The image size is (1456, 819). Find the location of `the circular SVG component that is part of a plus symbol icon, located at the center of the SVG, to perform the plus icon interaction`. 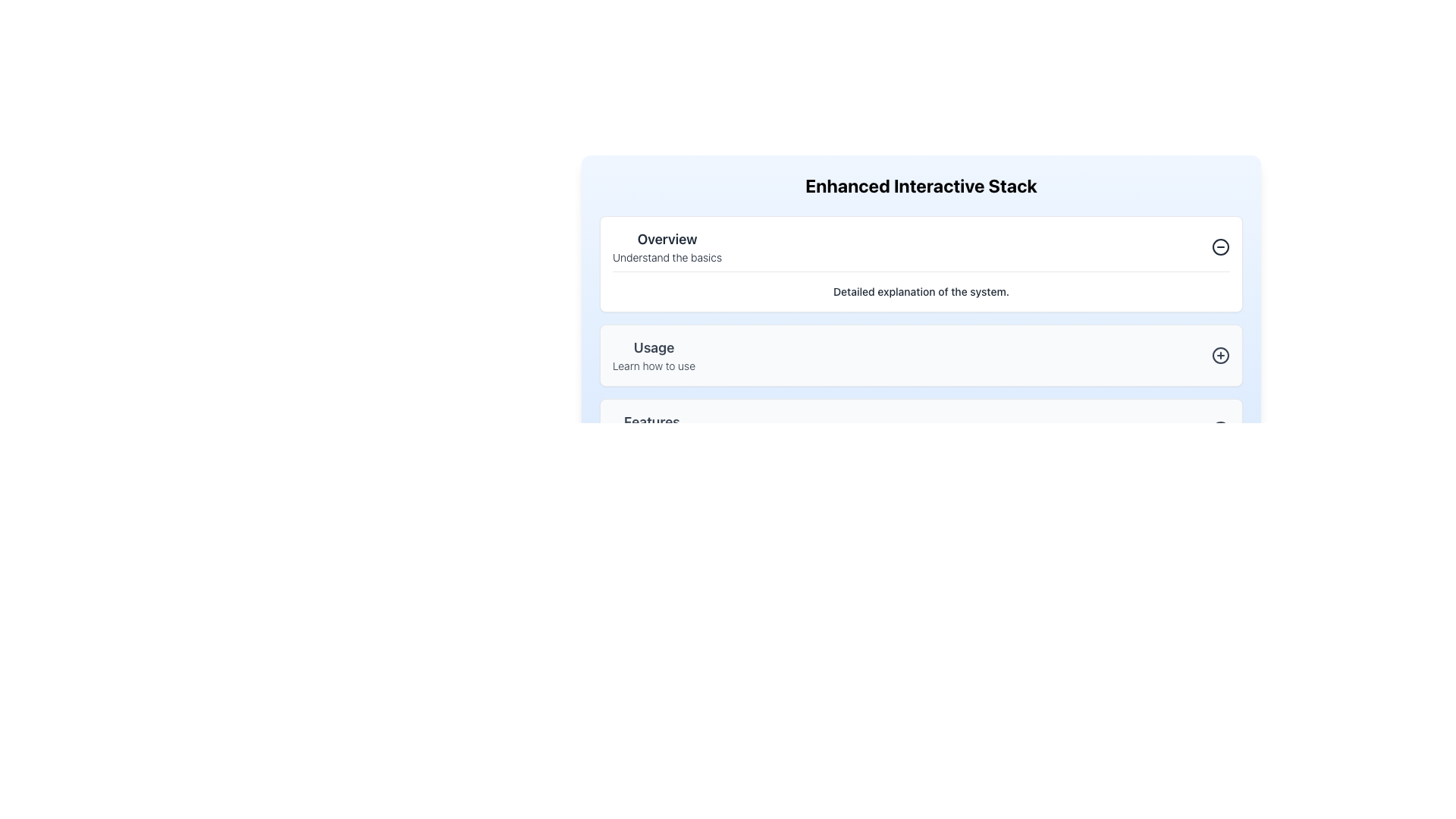

the circular SVG component that is part of a plus symbol icon, located at the center of the SVG, to perform the plus icon interaction is located at coordinates (1220, 356).